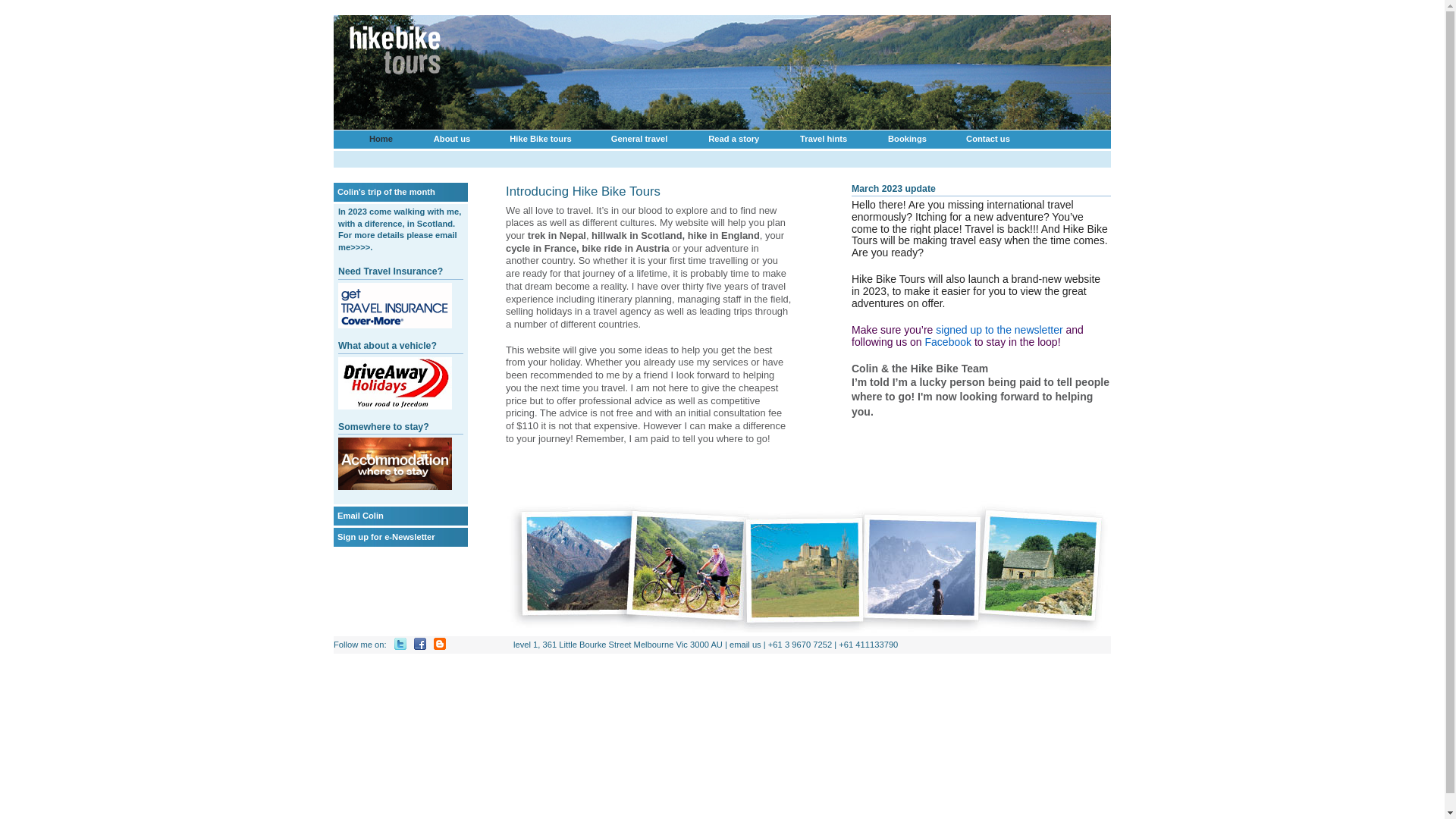  I want to click on 'Sign up for e-Newsletter', so click(386, 536).